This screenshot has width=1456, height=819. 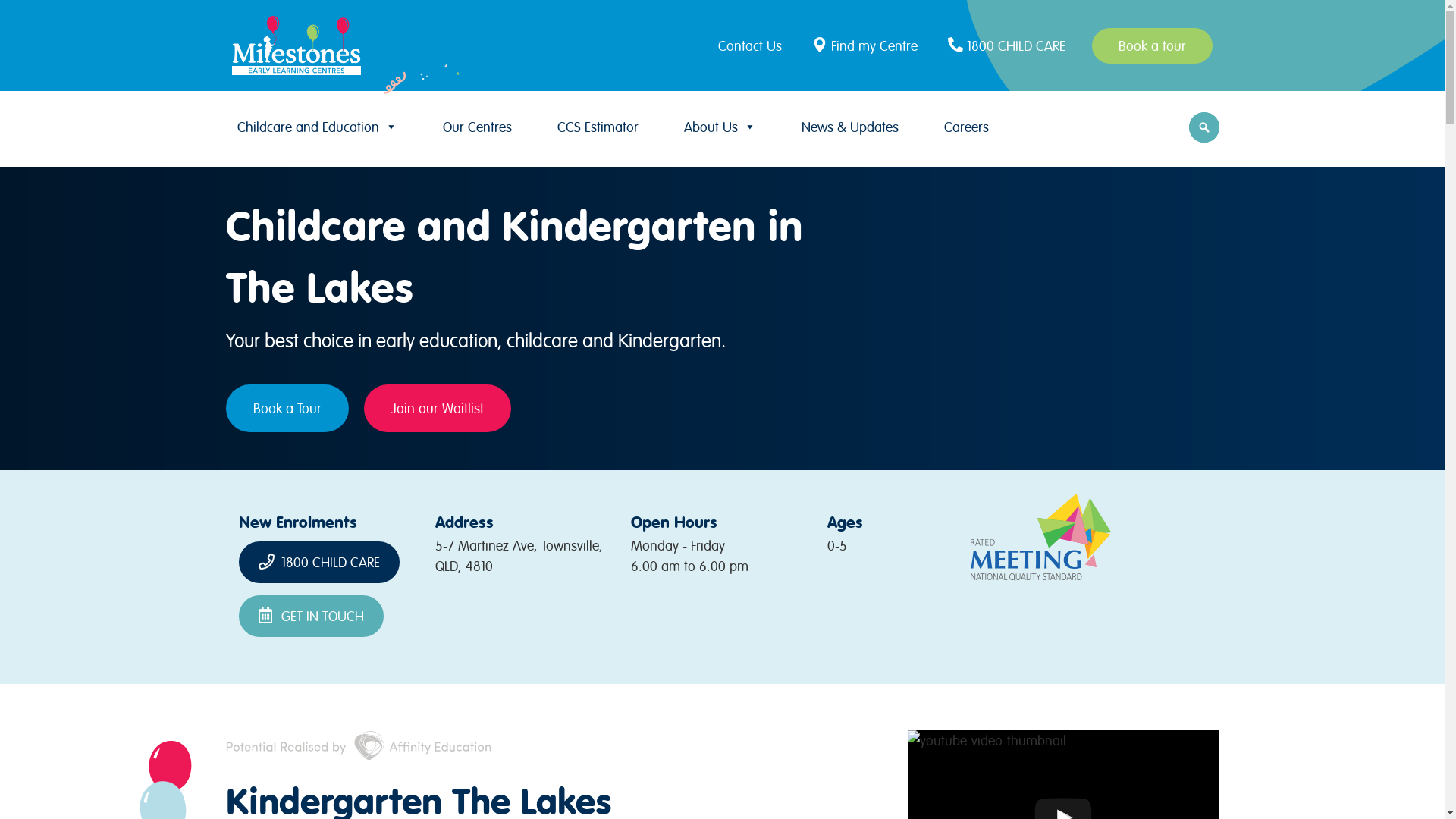 I want to click on 'Careers', so click(x=965, y=126).